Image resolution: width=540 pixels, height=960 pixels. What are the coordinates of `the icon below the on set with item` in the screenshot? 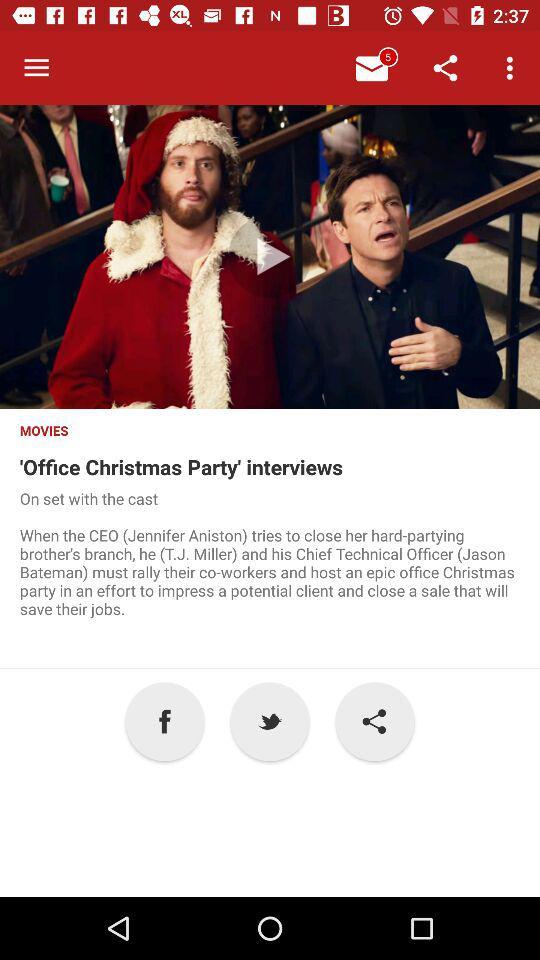 It's located at (270, 720).